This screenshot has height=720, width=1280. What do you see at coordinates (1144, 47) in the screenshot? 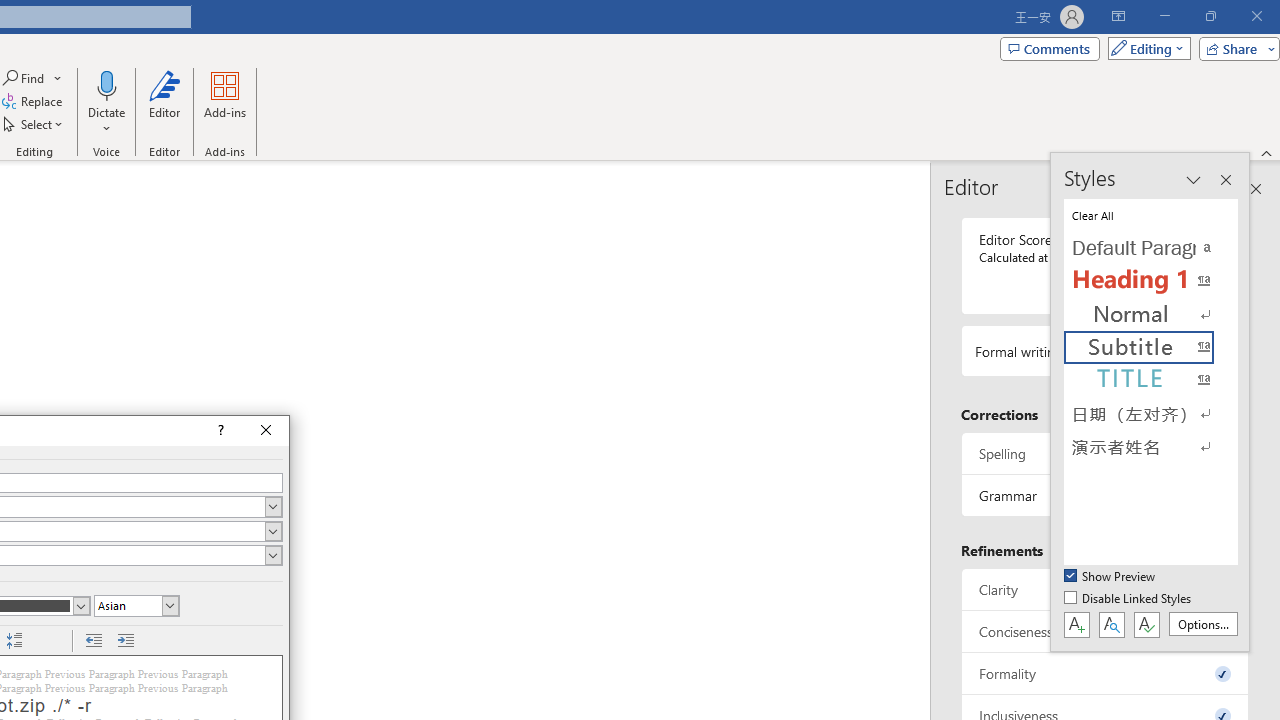
I see `'Editing'` at bounding box center [1144, 47].